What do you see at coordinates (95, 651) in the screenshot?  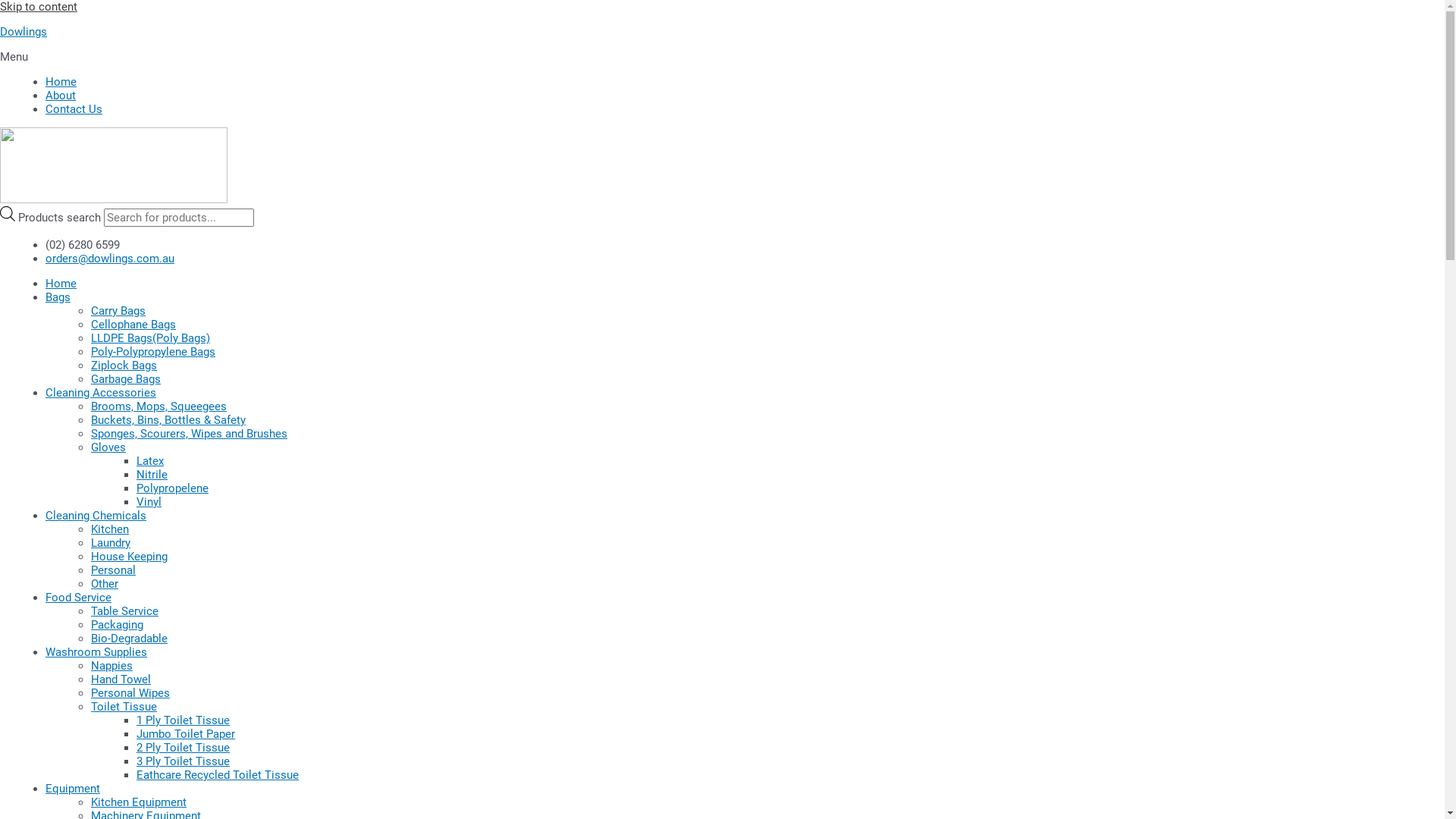 I see `'Washroom Supplies'` at bounding box center [95, 651].